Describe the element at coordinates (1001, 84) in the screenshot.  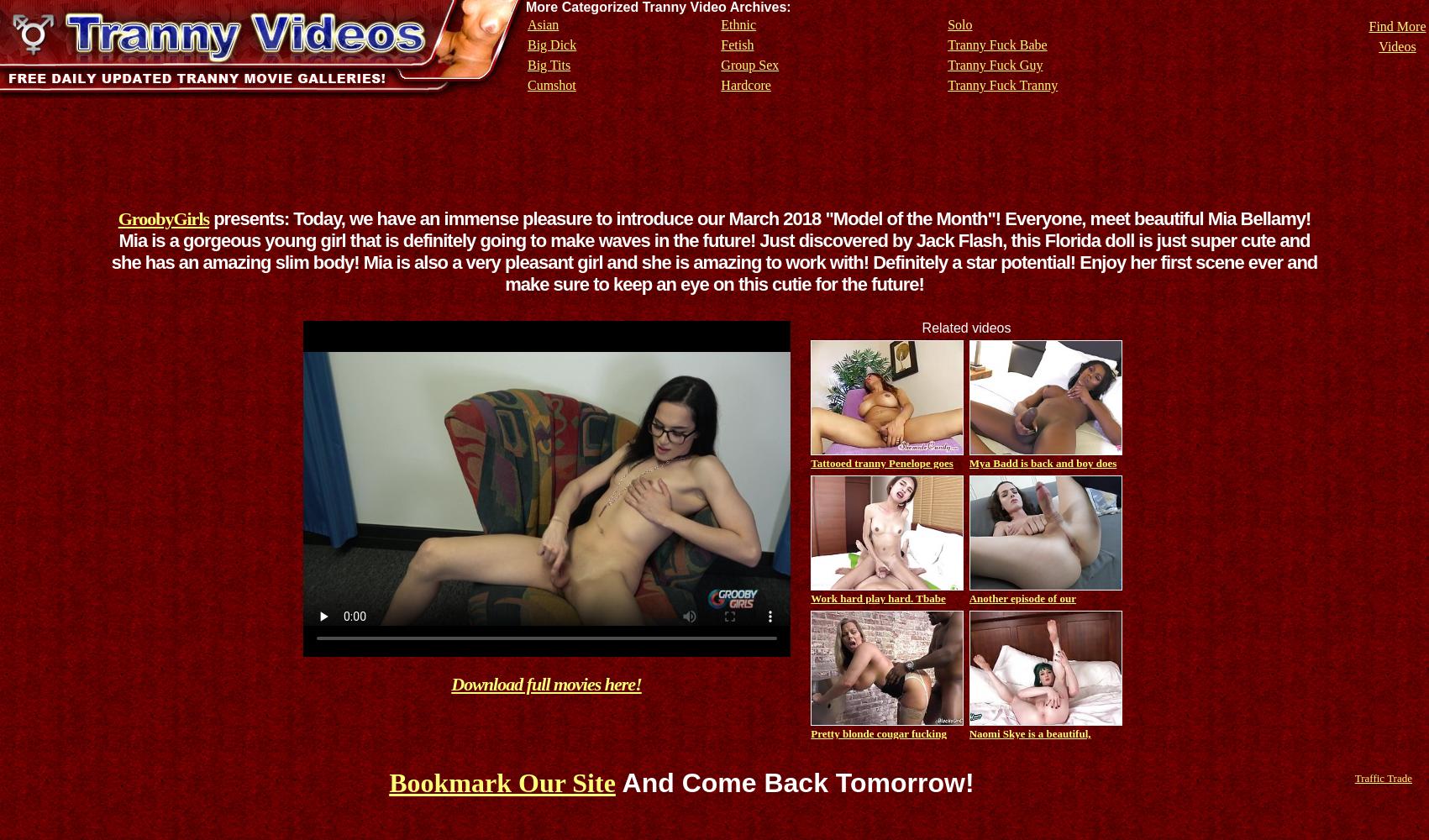
I see `'Tranny Fuck Tranny'` at that location.